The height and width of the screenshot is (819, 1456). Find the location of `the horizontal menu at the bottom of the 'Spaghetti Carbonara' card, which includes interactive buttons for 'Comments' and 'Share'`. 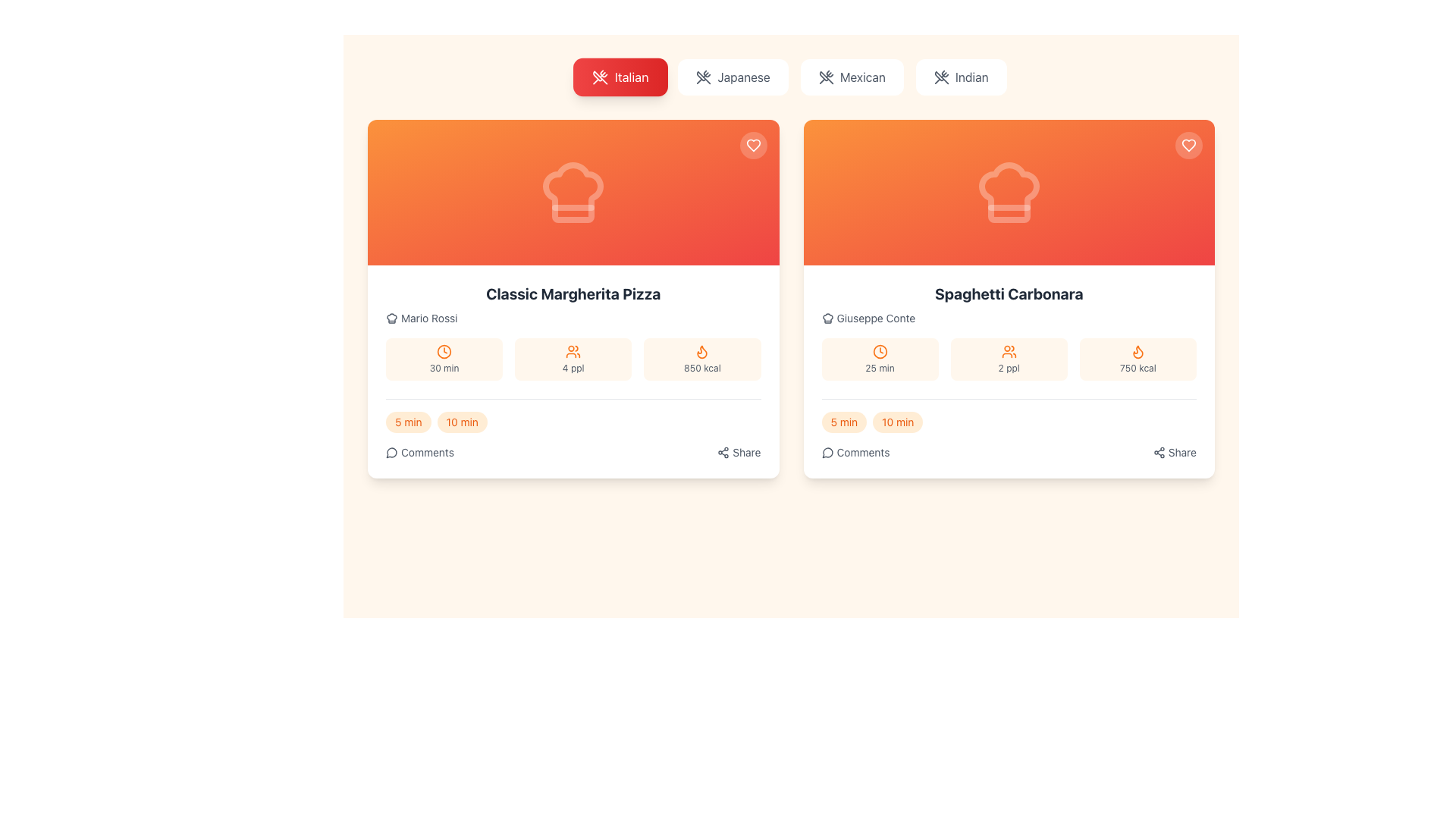

the horizontal menu at the bottom of the 'Spaghetti Carbonara' card, which includes interactive buttons for 'Comments' and 'Share' is located at coordinates (1009, 452).